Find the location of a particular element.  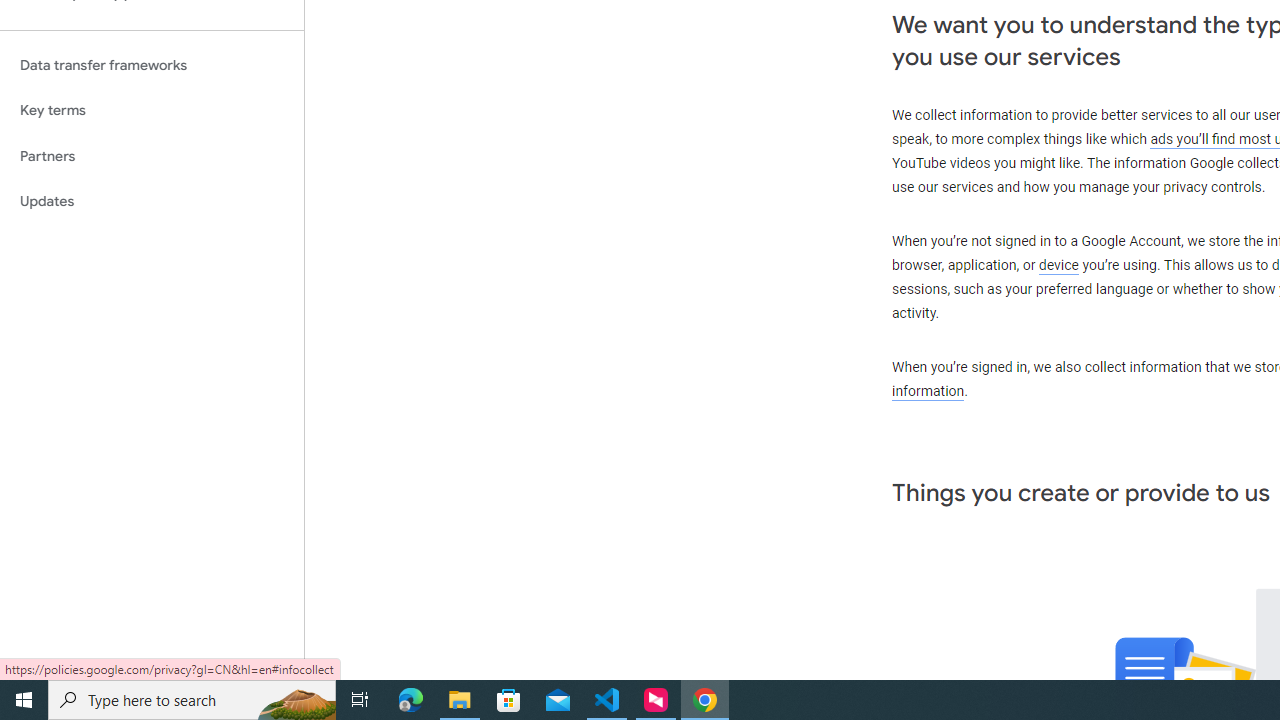

'device' is located at coordinates (1058, 264).